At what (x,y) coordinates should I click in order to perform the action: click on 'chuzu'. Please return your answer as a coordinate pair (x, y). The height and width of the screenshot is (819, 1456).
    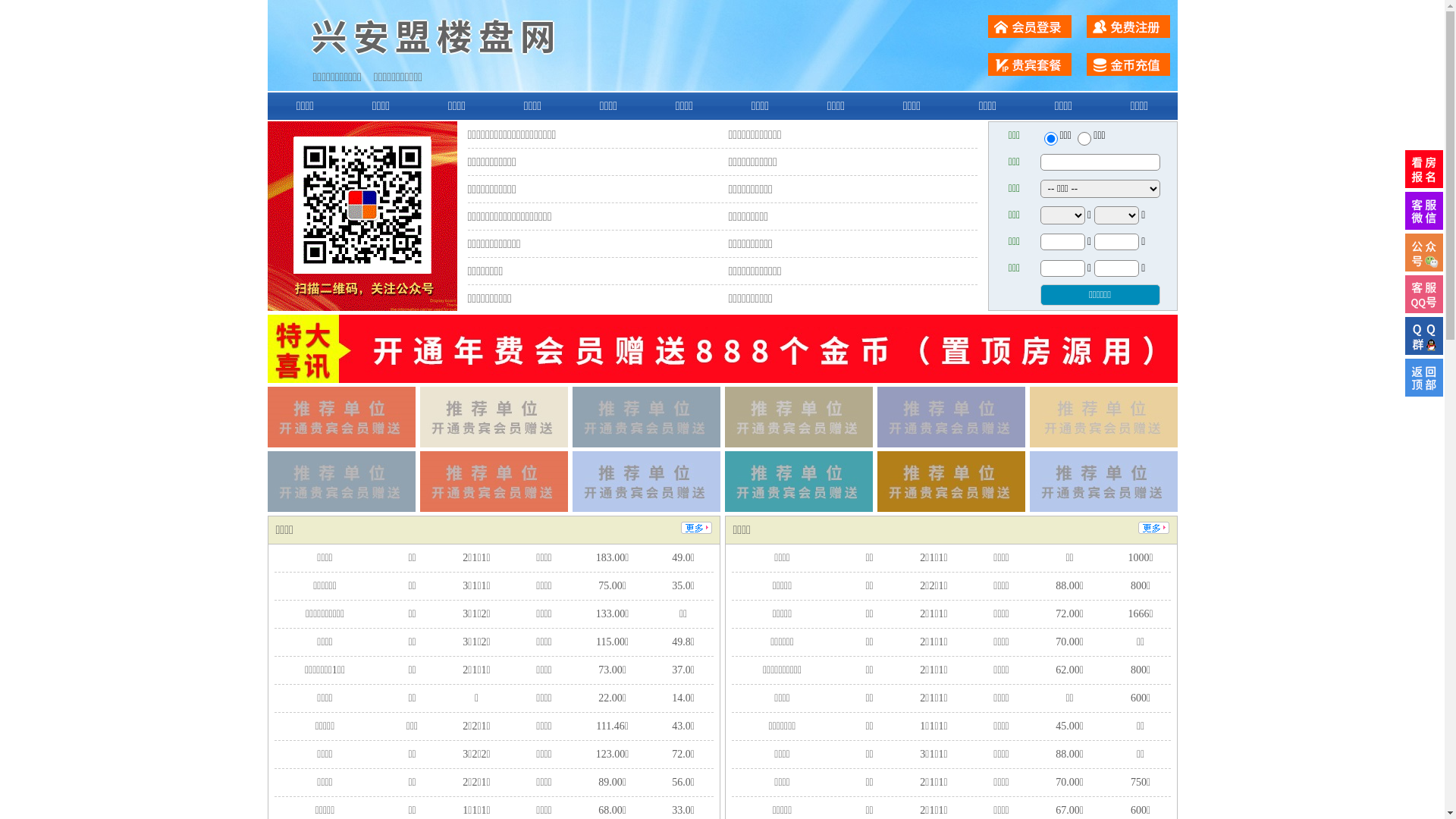
    Looking at the image, I should click on (1084, 138).